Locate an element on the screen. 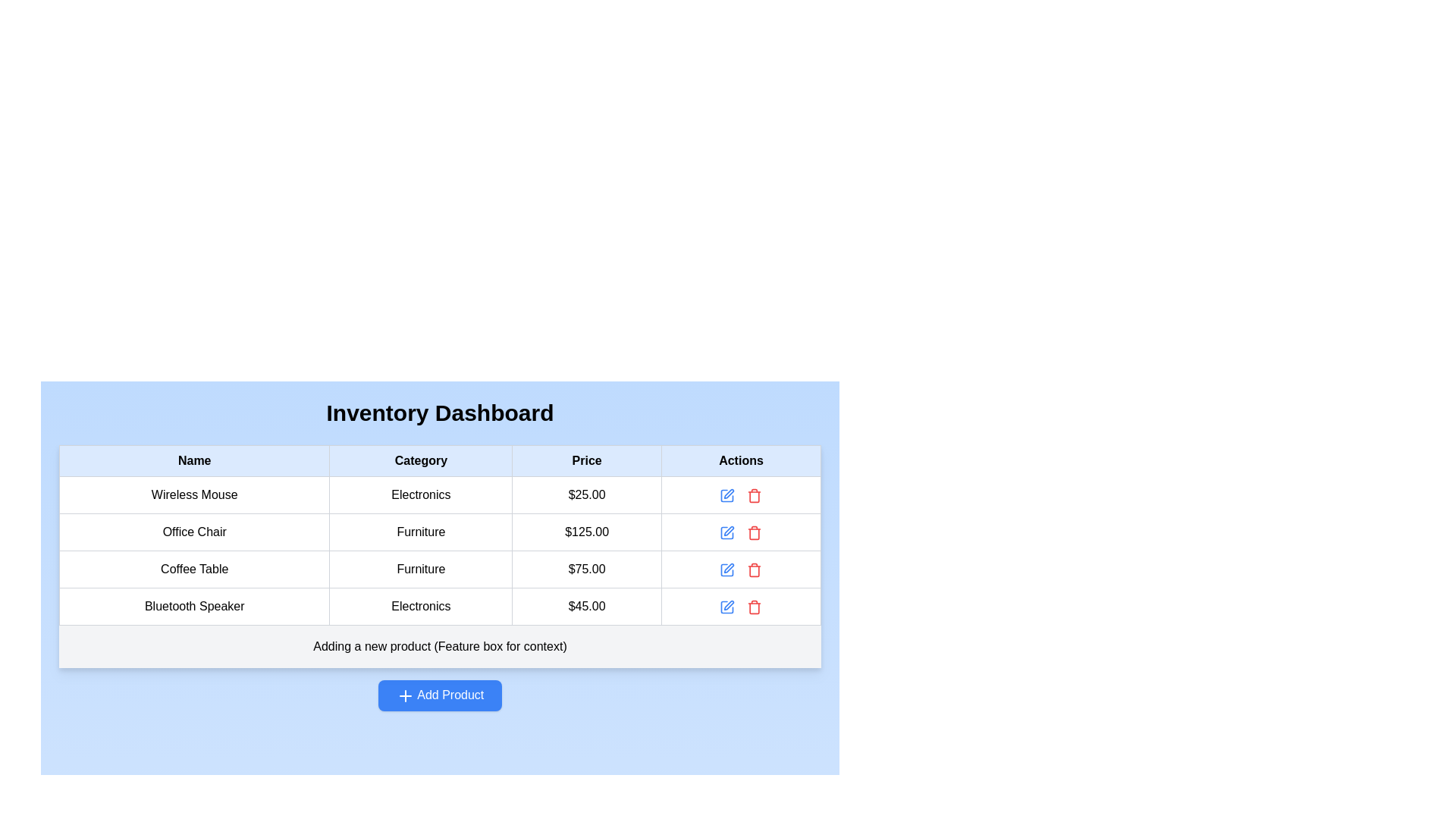  the table cell displaying the category 'Electronics' for the product 'Bluetooth Speaker' located in the fourth row under the 'Category' column is located at coordinates (439, 605).